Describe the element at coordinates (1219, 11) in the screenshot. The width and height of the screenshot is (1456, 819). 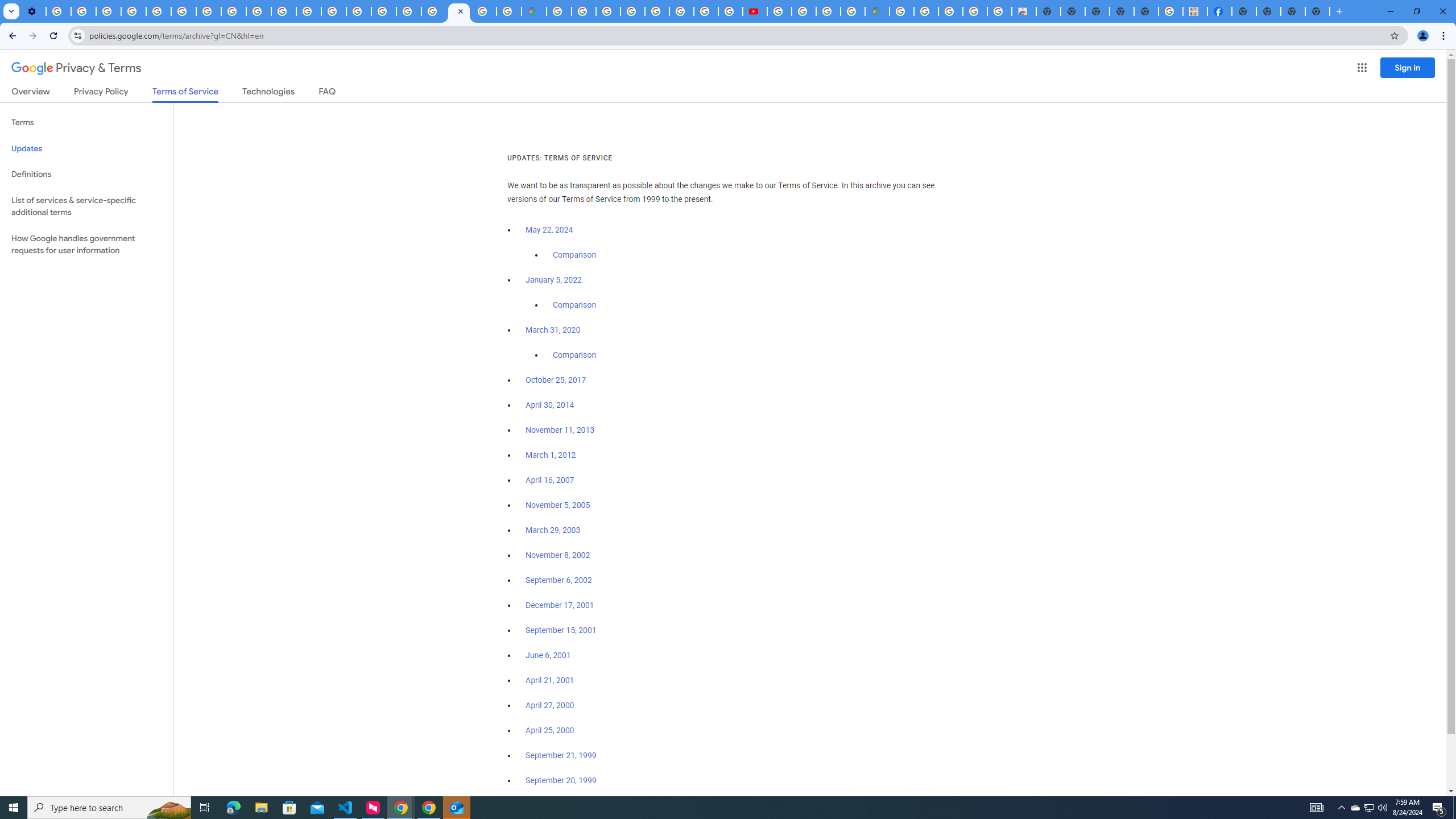
I see `'Miley Cyrus | Facebook'` at that location.